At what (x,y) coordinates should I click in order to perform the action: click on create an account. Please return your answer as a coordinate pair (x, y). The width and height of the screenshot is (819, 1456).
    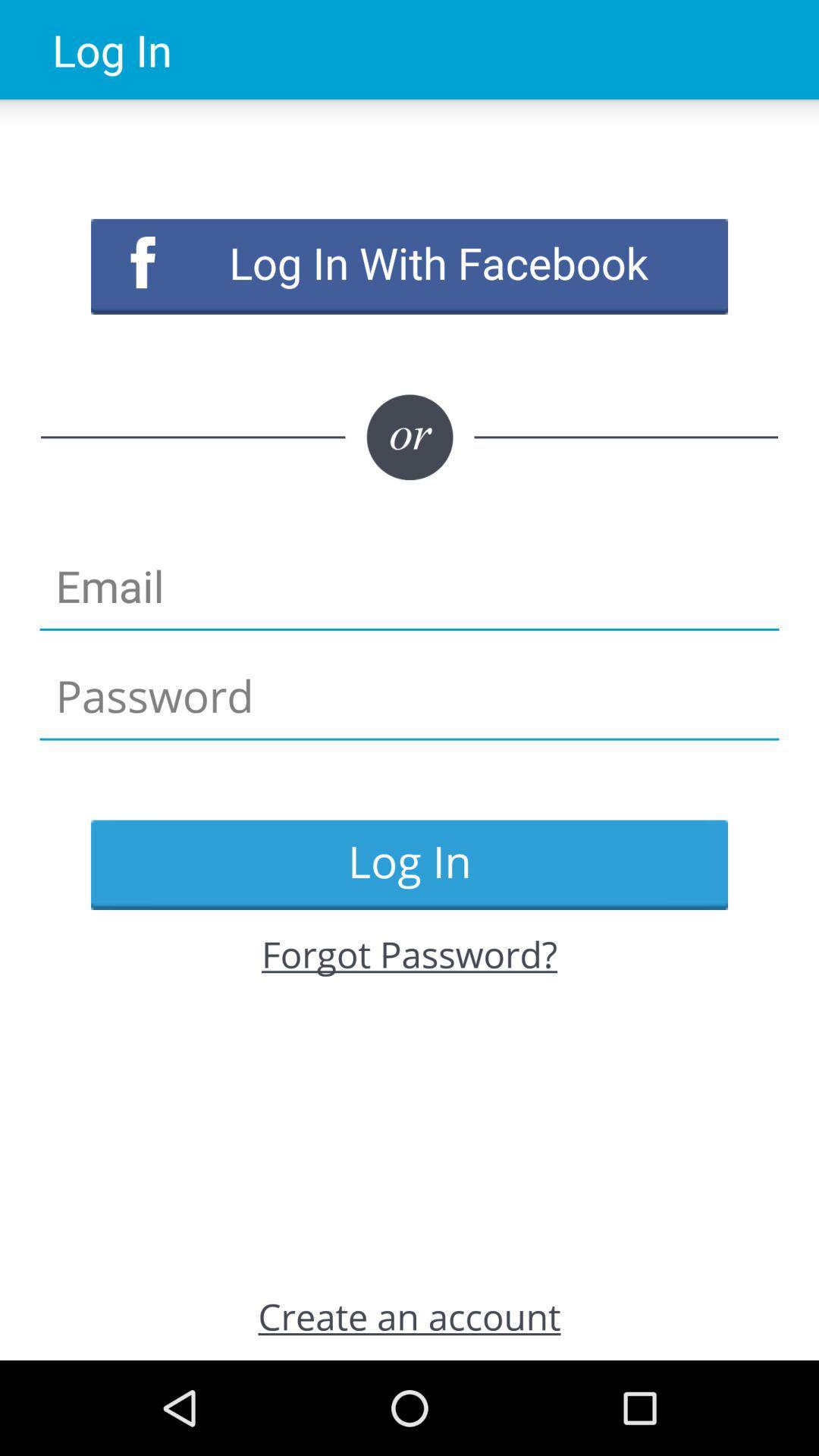
    Looking at the image, I should click on (409, 1315).